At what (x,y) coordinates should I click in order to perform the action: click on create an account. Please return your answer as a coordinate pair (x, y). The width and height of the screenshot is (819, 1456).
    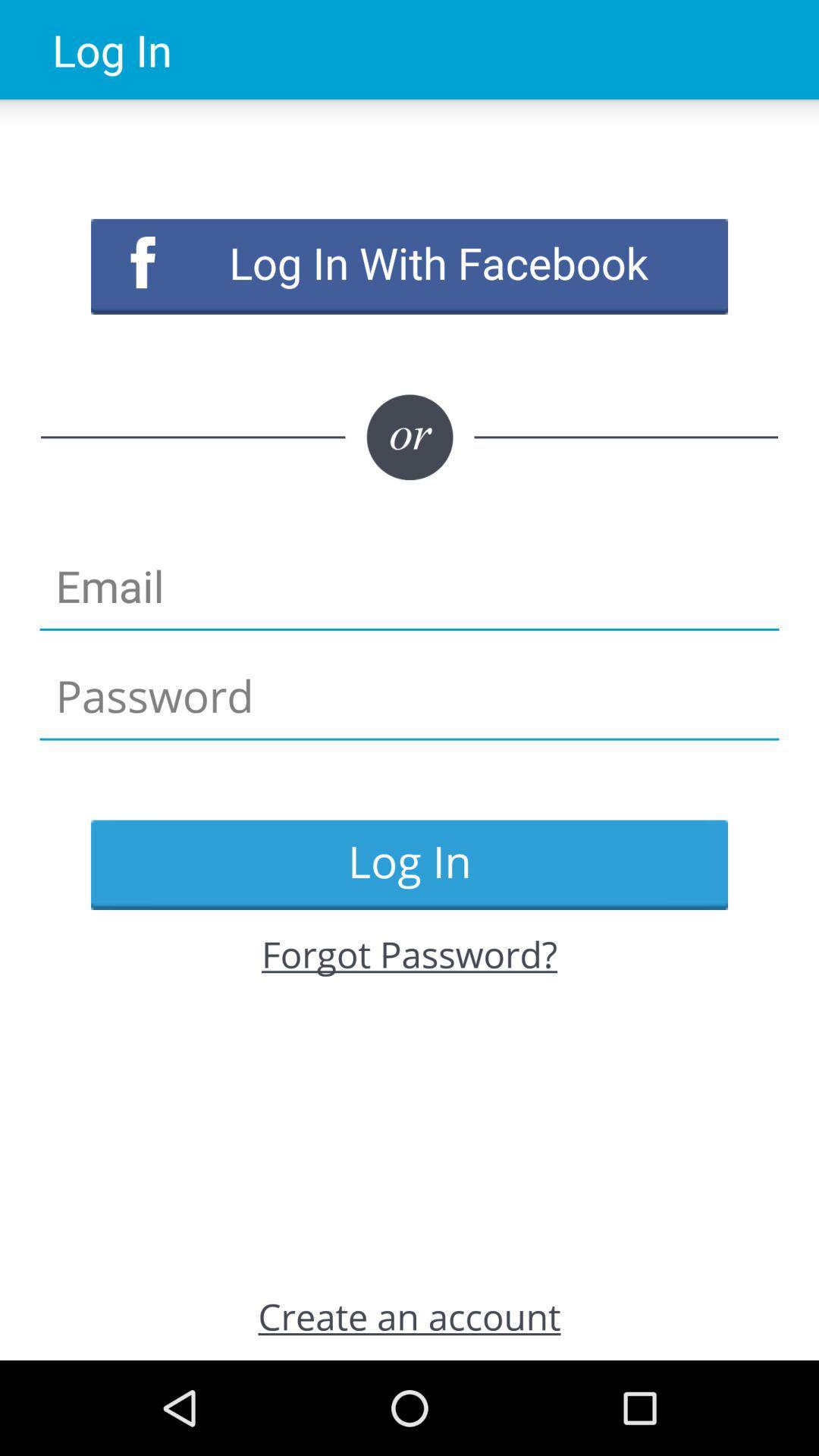
    Looking at the image, I should click on (409, 1315).